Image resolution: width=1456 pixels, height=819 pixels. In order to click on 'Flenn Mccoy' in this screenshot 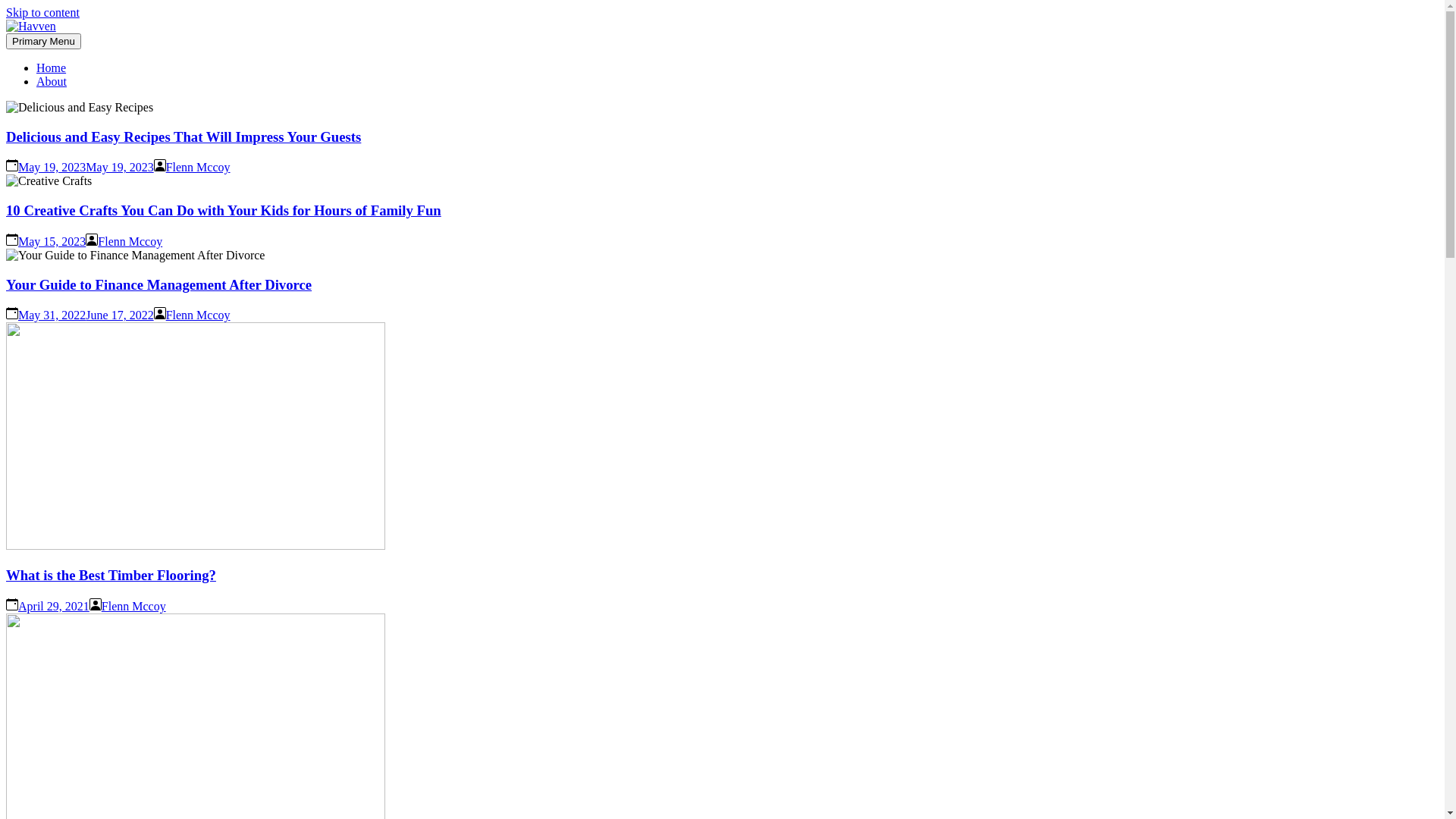, I will do `click(133, 605)`.